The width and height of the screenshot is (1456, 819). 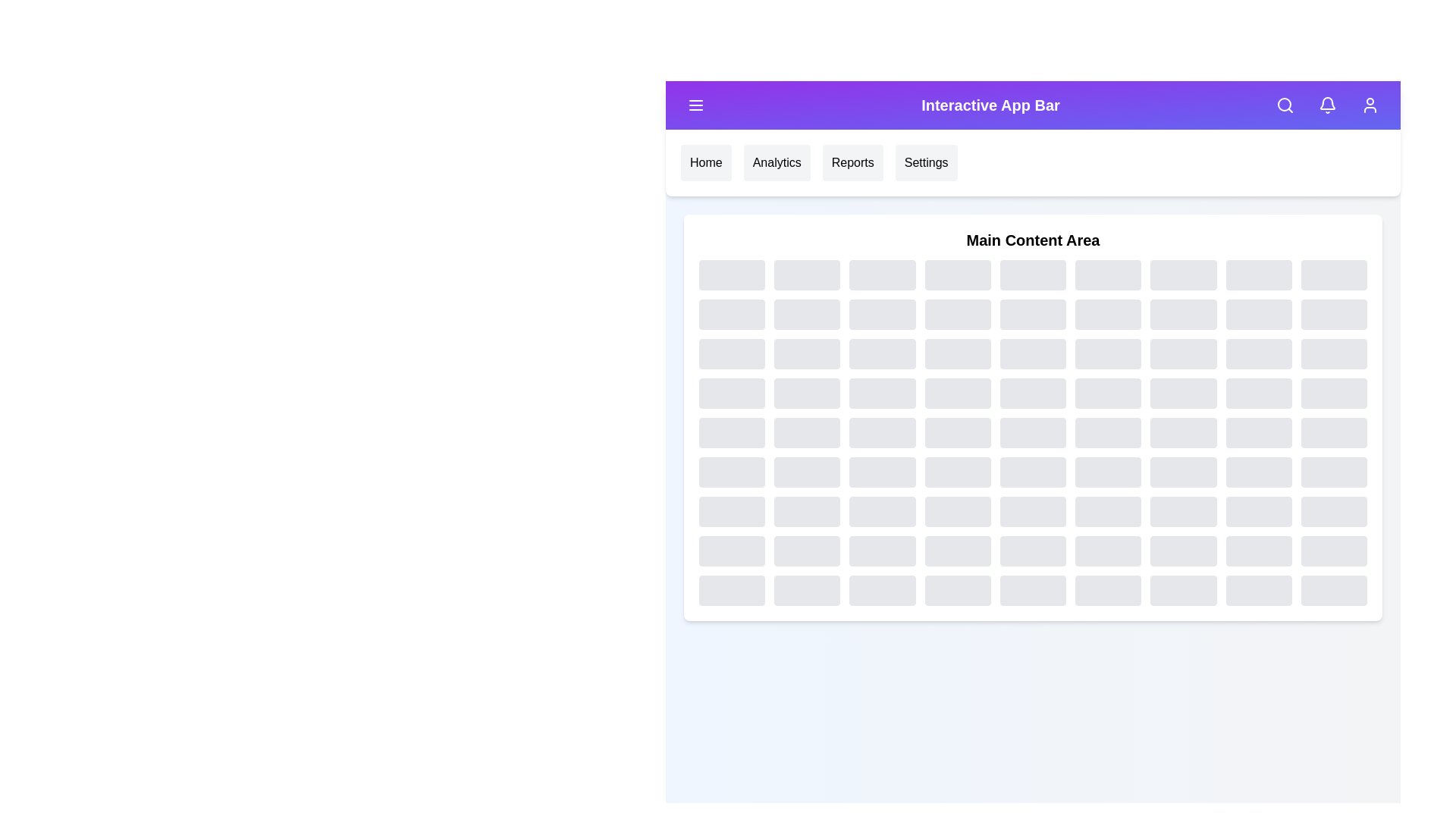 I want to click on the header text to select it, so click(x=990, y=104).